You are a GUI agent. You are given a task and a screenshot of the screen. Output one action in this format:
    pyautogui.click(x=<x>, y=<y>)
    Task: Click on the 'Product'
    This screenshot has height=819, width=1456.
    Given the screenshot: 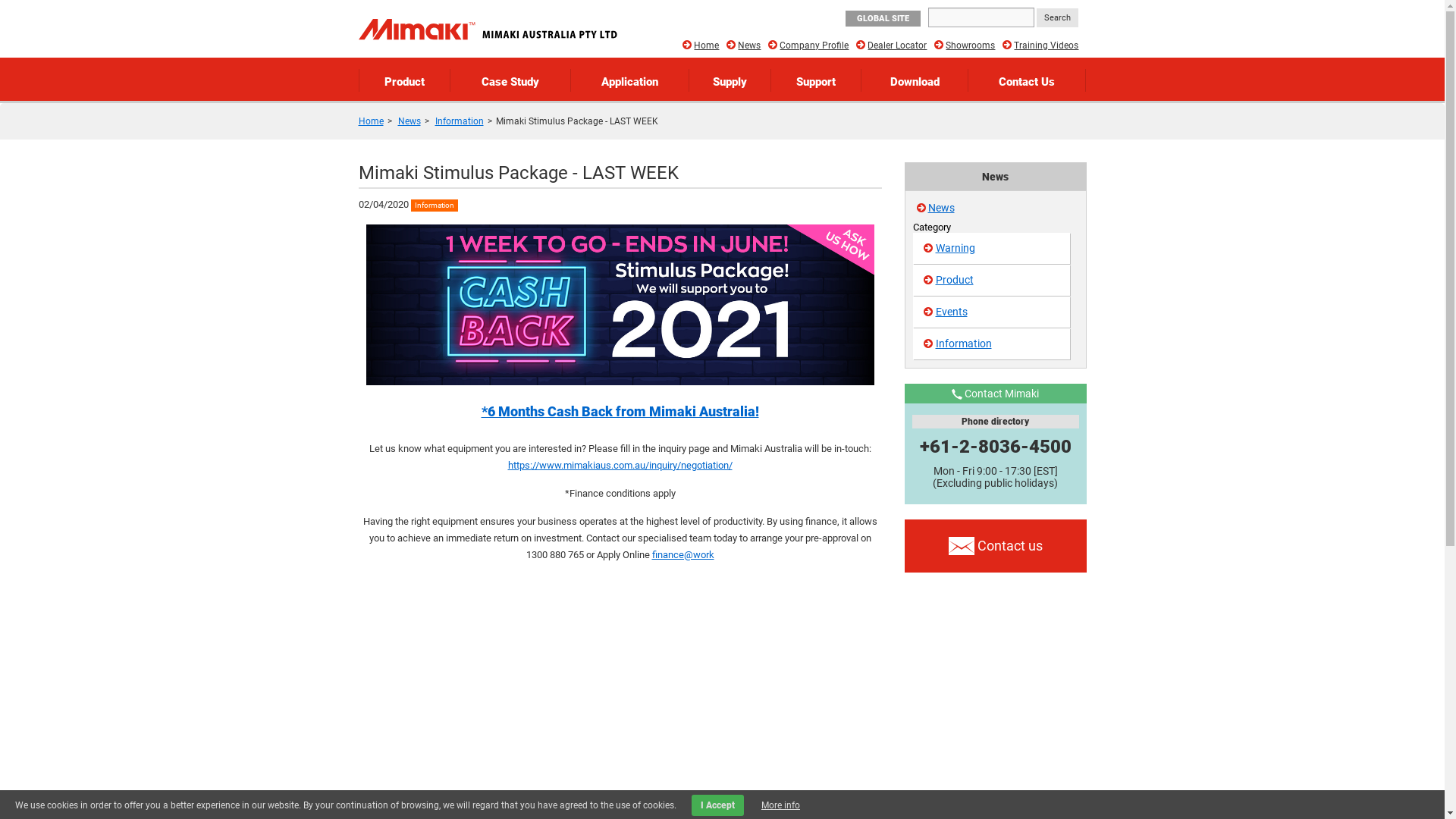 What is the action you would take?
    pyautogui.click(x=991, y=280)
    